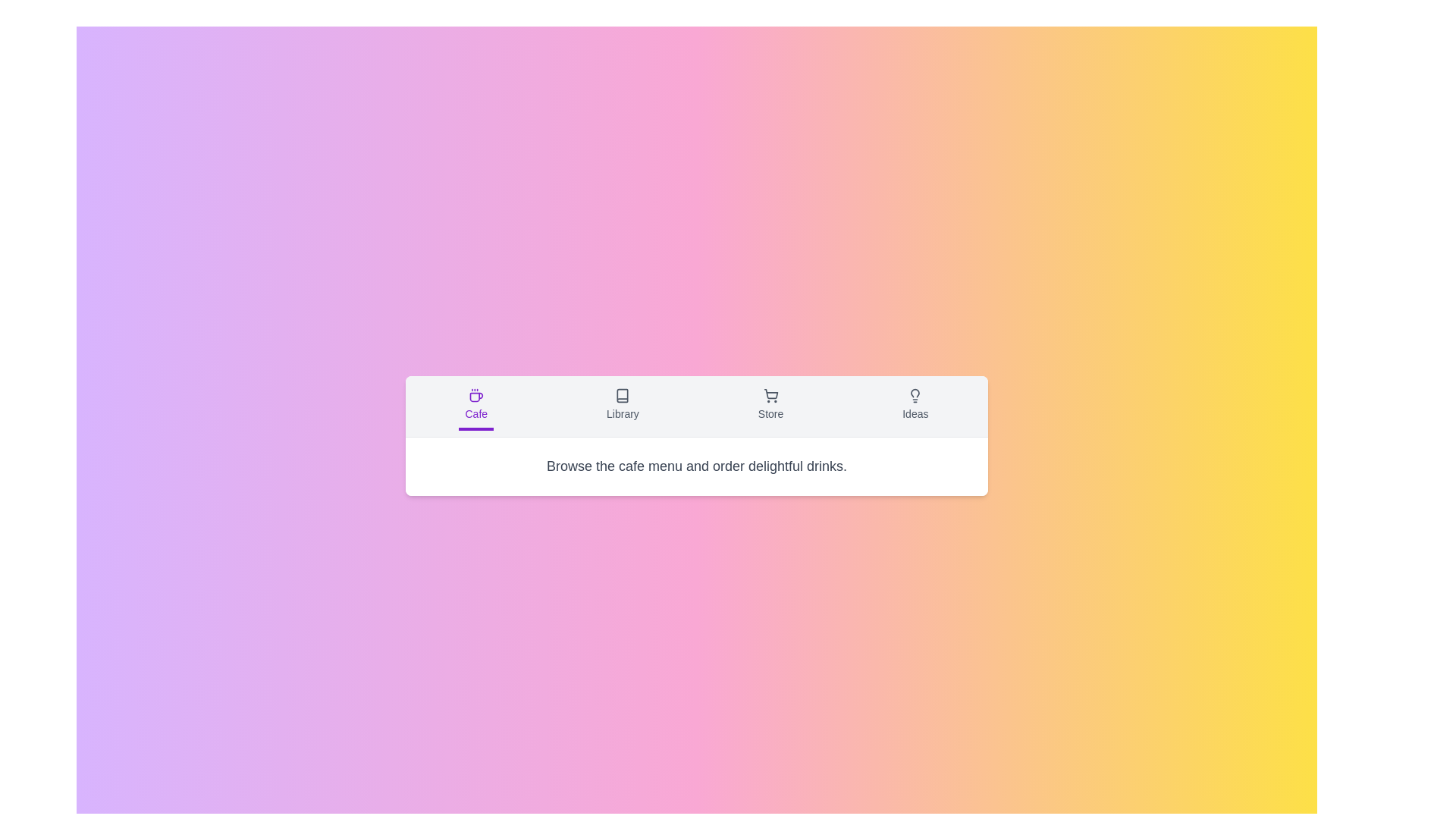  I want to click on the 'Ideas' button with a lightbulb icon in the navigation bar, so click(915, 405).